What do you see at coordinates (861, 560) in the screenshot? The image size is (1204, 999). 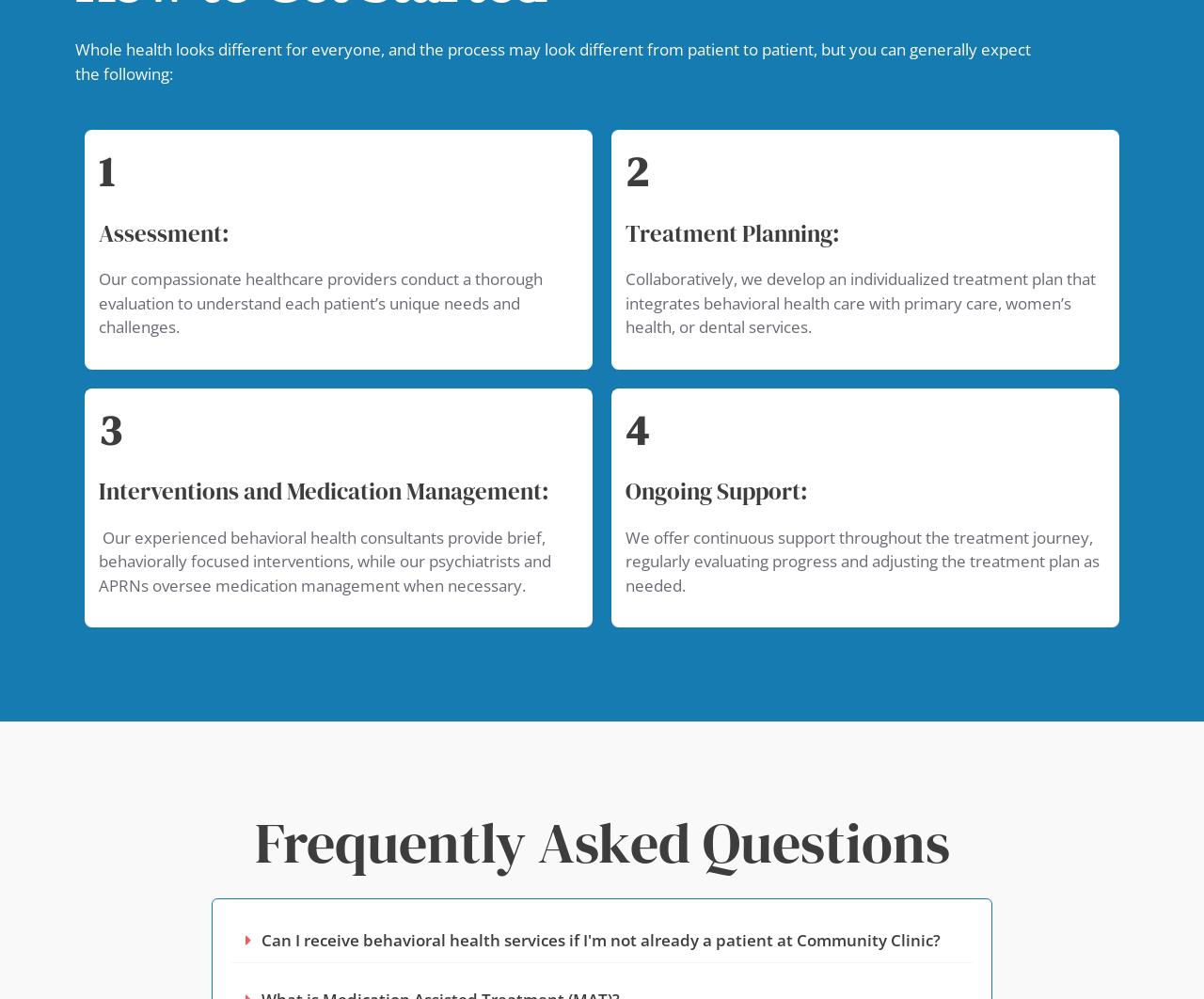 I see `'We offer continuous support throughout the treatment journey, regularly evaluating progress and adjusting the treatment plan as needed.'` at bounding box center [861, 560].